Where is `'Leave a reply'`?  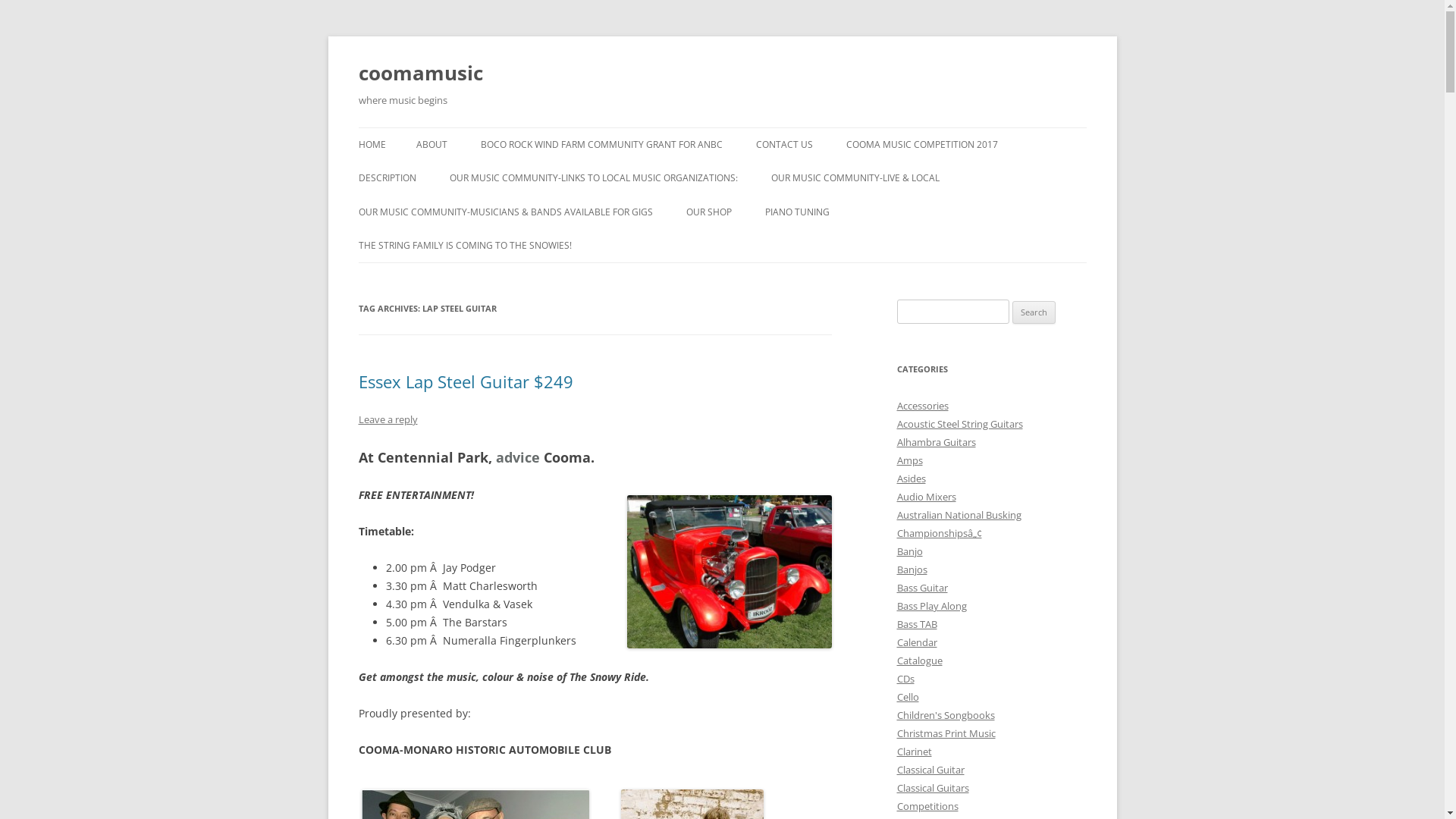
'Leave a reply' is located at coordinates (356, 419).